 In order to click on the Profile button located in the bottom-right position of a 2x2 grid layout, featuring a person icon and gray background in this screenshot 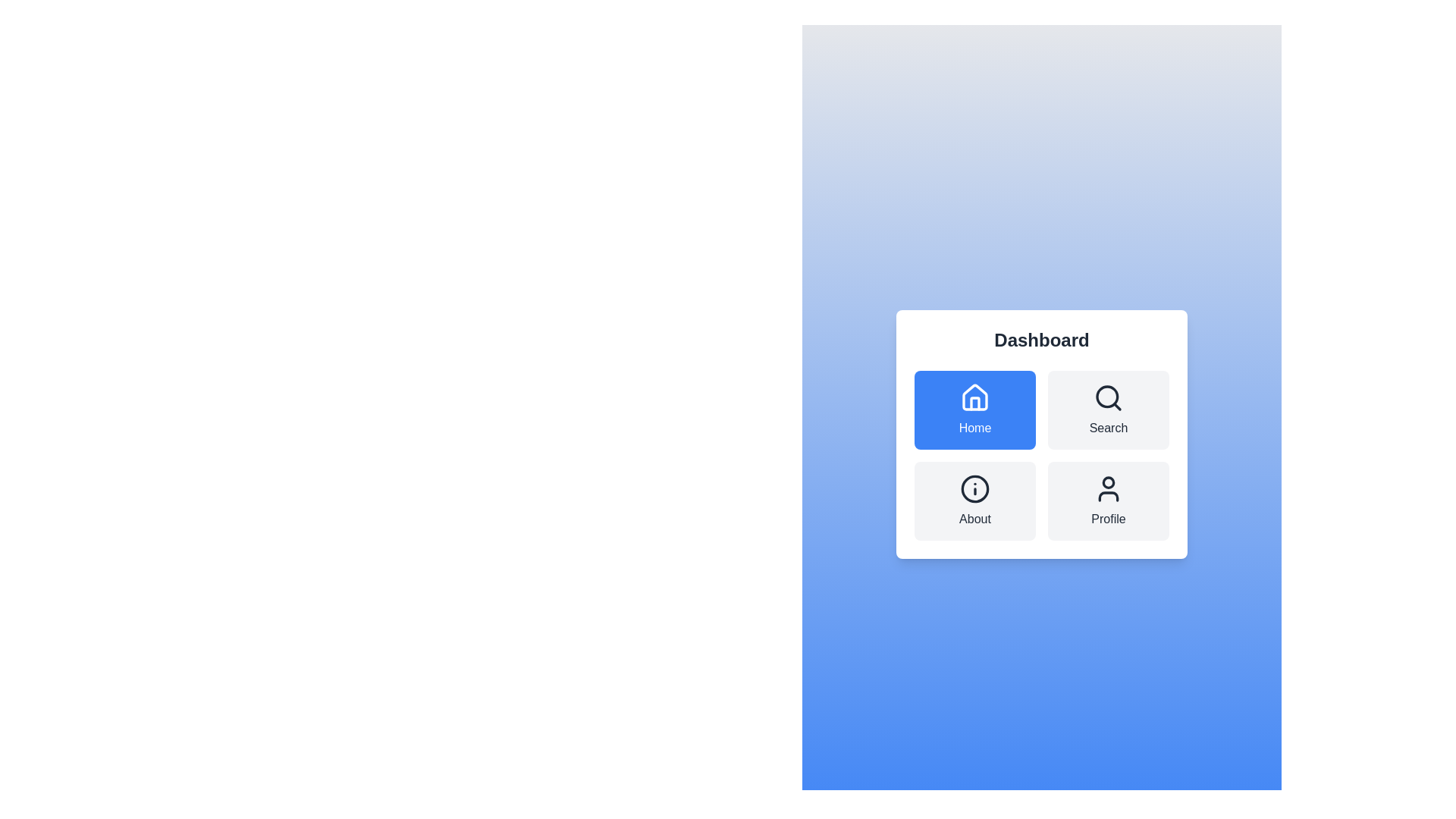, I will do `click(1109, 500)`.